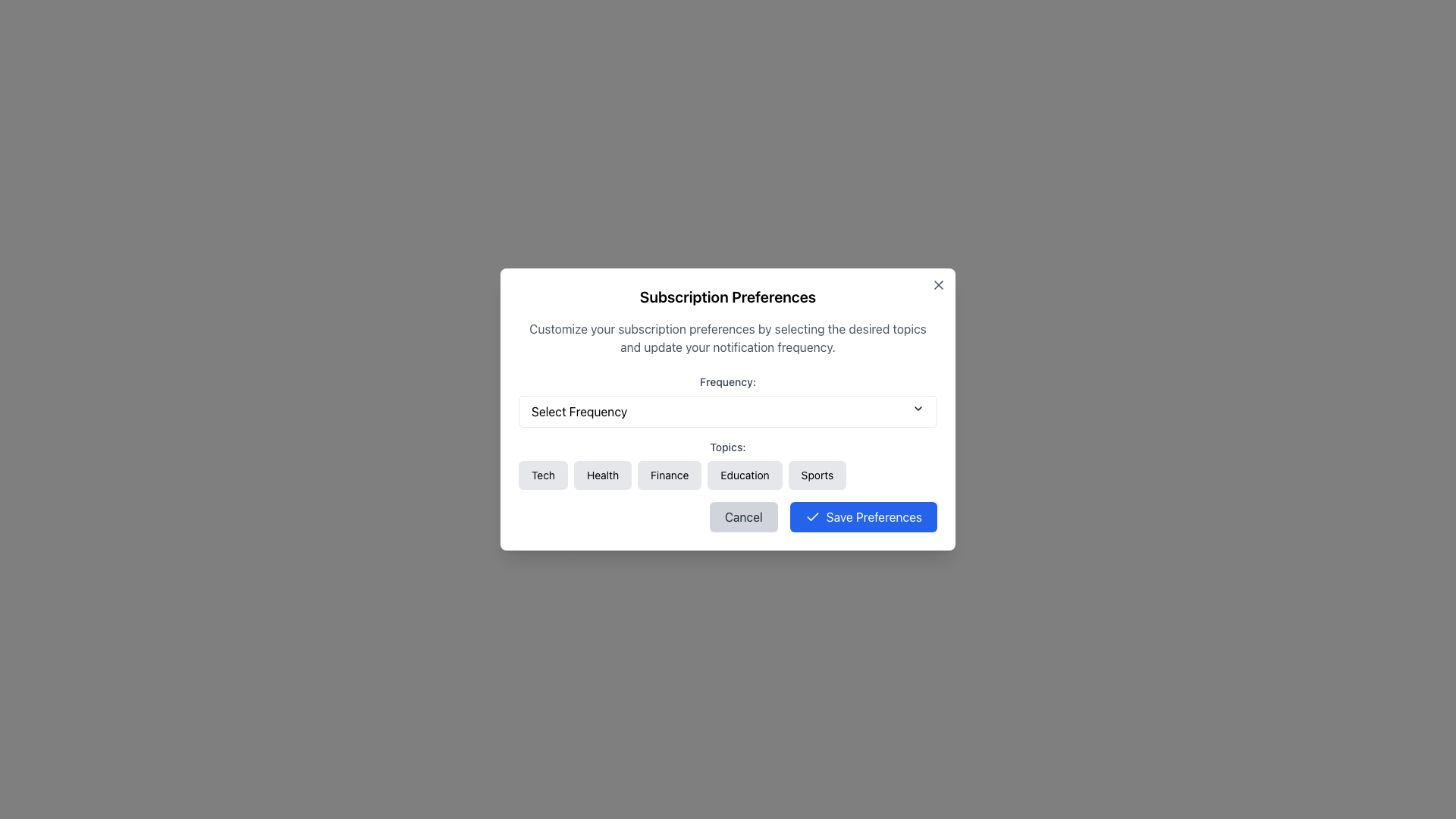 The height and width of the screenshot is (819, 1456). I want to click on the chevron icon located on the right side of the 'Select Frequency' dropdown menu, so click(917, 408).